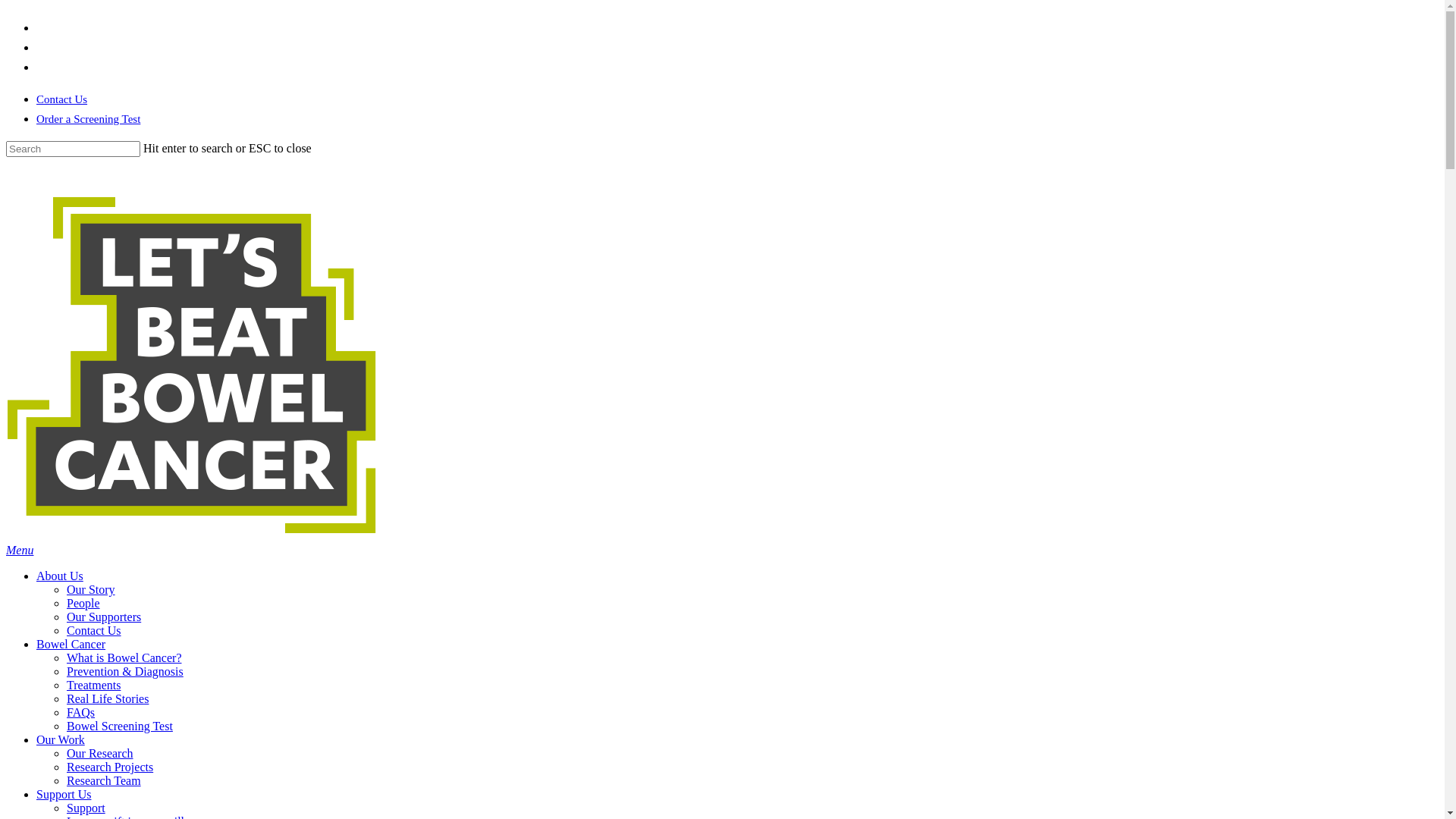 Image resolution: width=1456 pixels, height=819 pixels. I want to click on 'Order a Screening Test', so click(36, 118).